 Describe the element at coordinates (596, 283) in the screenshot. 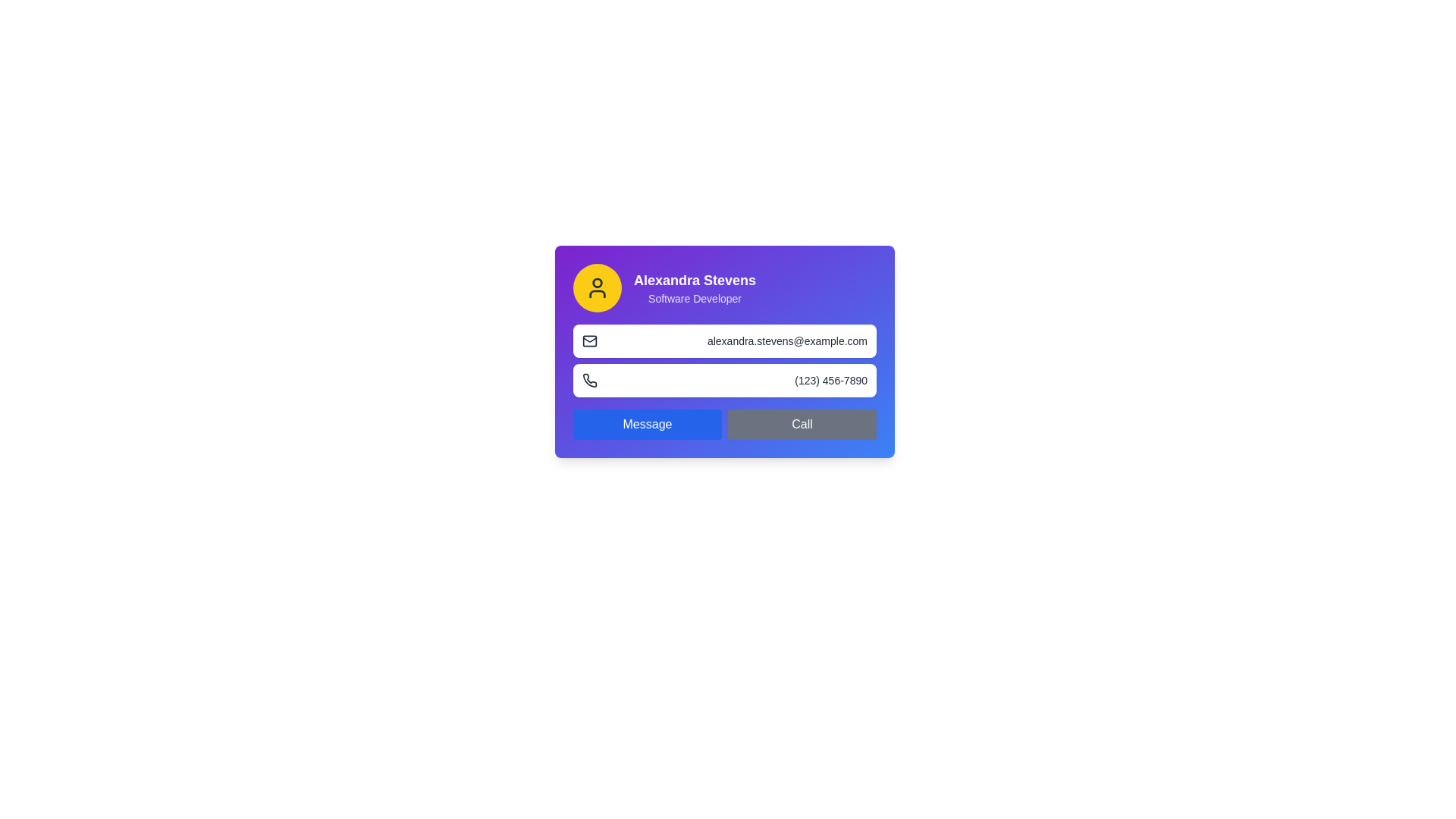

I see `small circular shape that represents the user avatar icon, positioned at the top-center of the yellow background, using developer tools` at that location.